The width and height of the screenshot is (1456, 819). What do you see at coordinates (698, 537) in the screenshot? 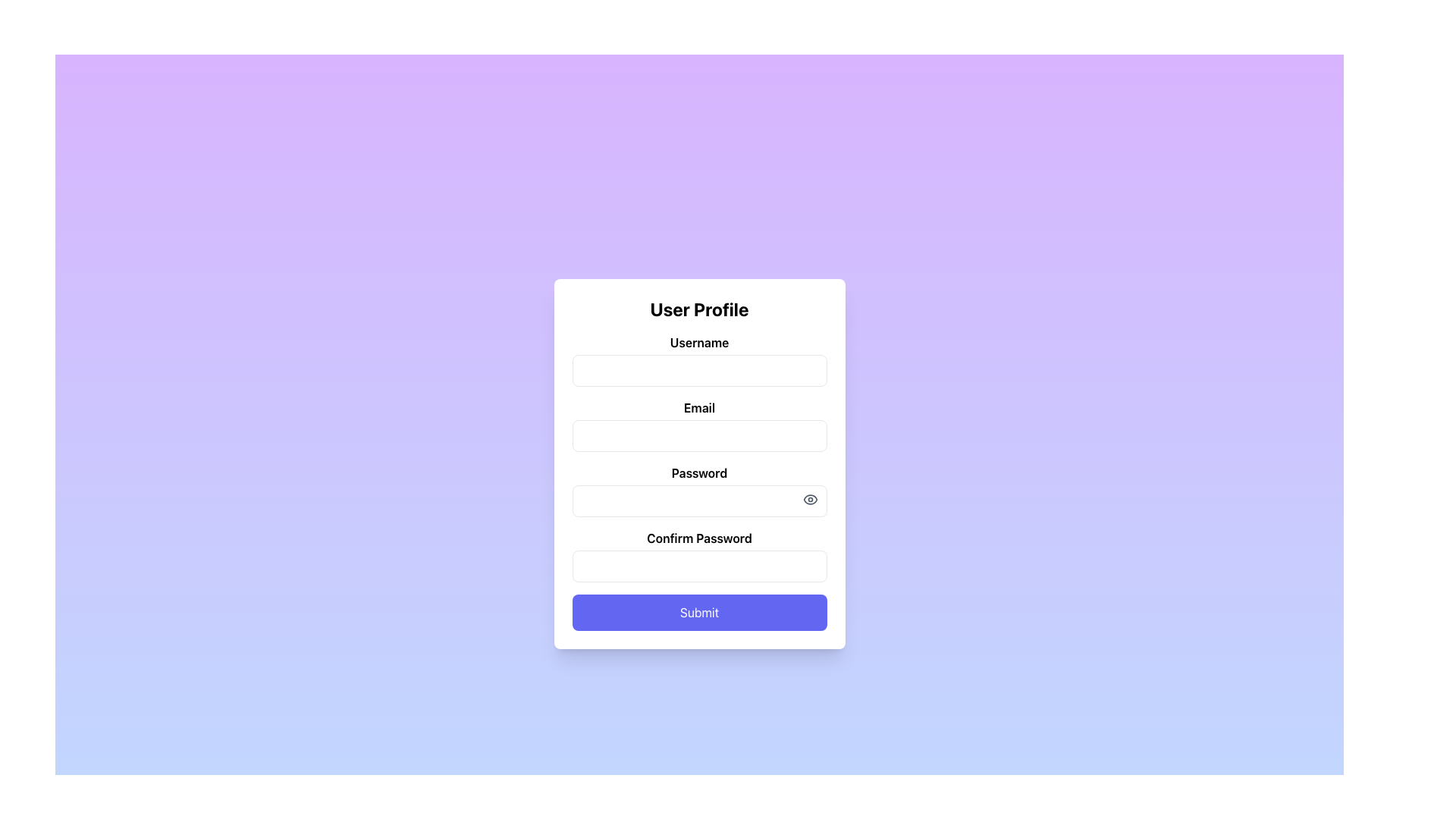
I see `the text label indicating the purpose of the password confirmation input field, which is positioned above the confirmation input box in the user profile form` at bounding box center [698, 537].